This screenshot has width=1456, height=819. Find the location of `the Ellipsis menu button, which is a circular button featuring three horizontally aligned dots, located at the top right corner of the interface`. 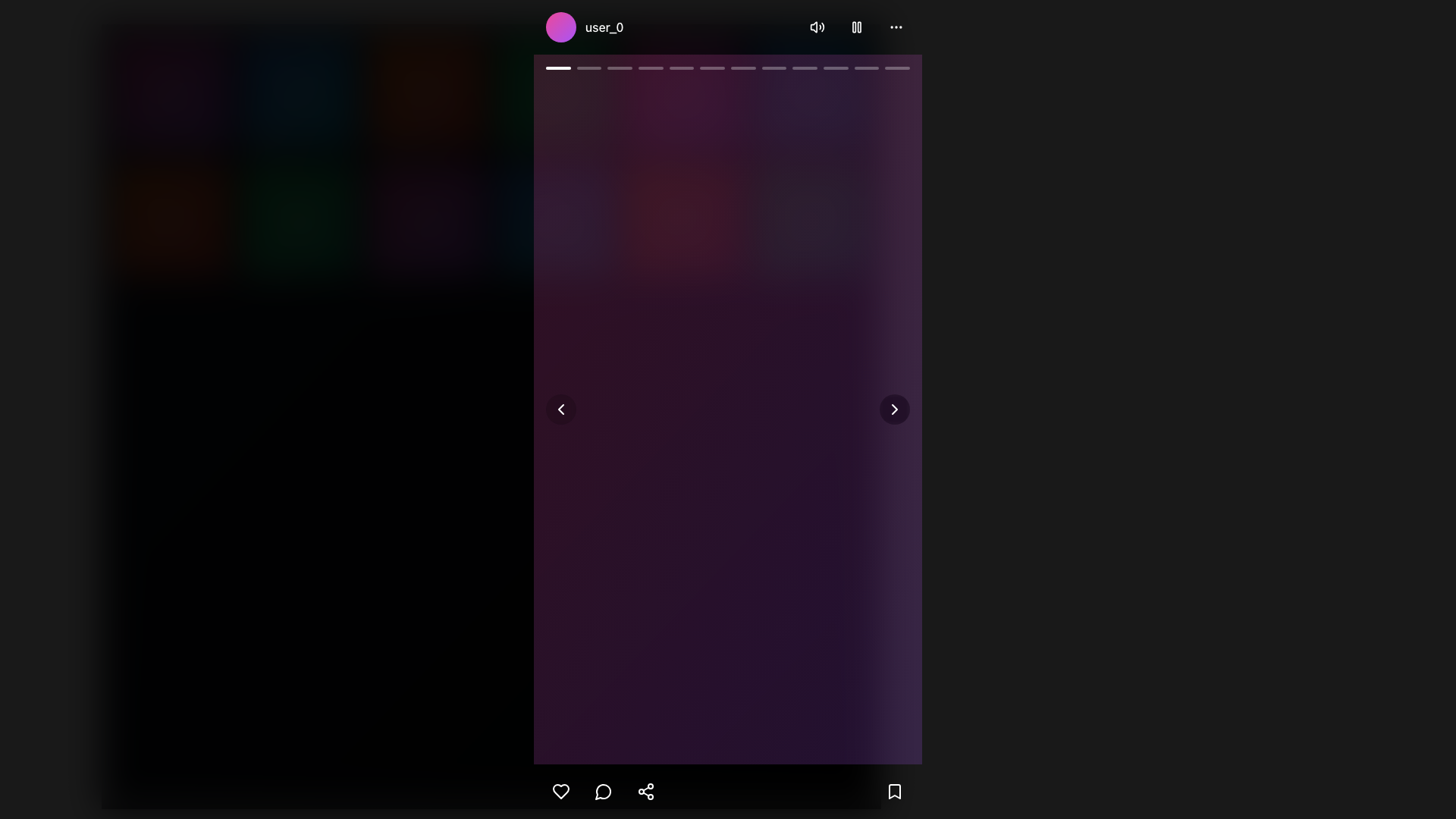

the Ellipsis menu button, which is a circular button featuring three horizontally aligned dots, located at the top right corner of the interface is located at coordinates (896, 27).